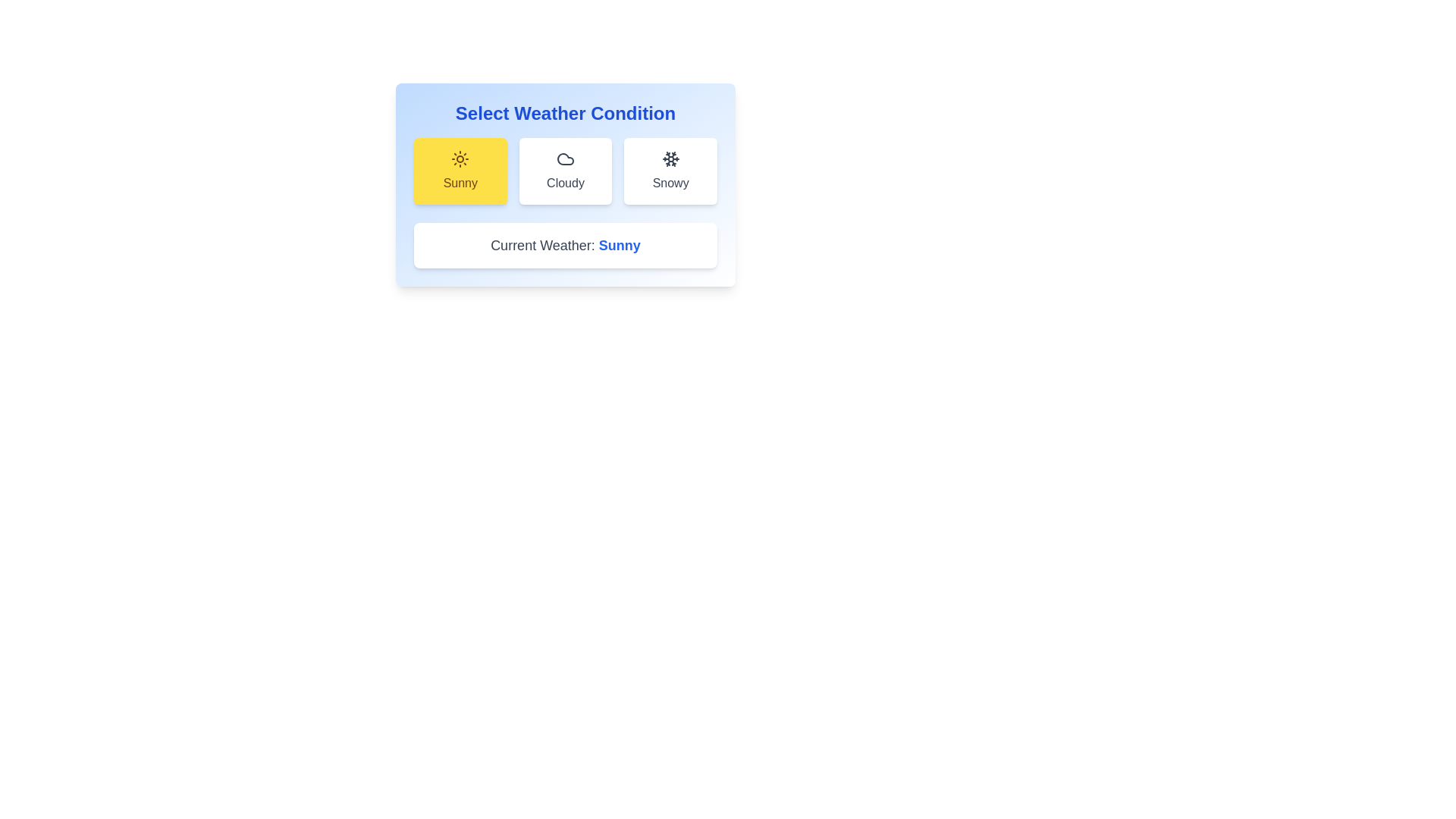 This screenshot has width=1456, height=819. I want to click on the bold, large blue headline text at the top-center of the card layout, so click(564, 113).